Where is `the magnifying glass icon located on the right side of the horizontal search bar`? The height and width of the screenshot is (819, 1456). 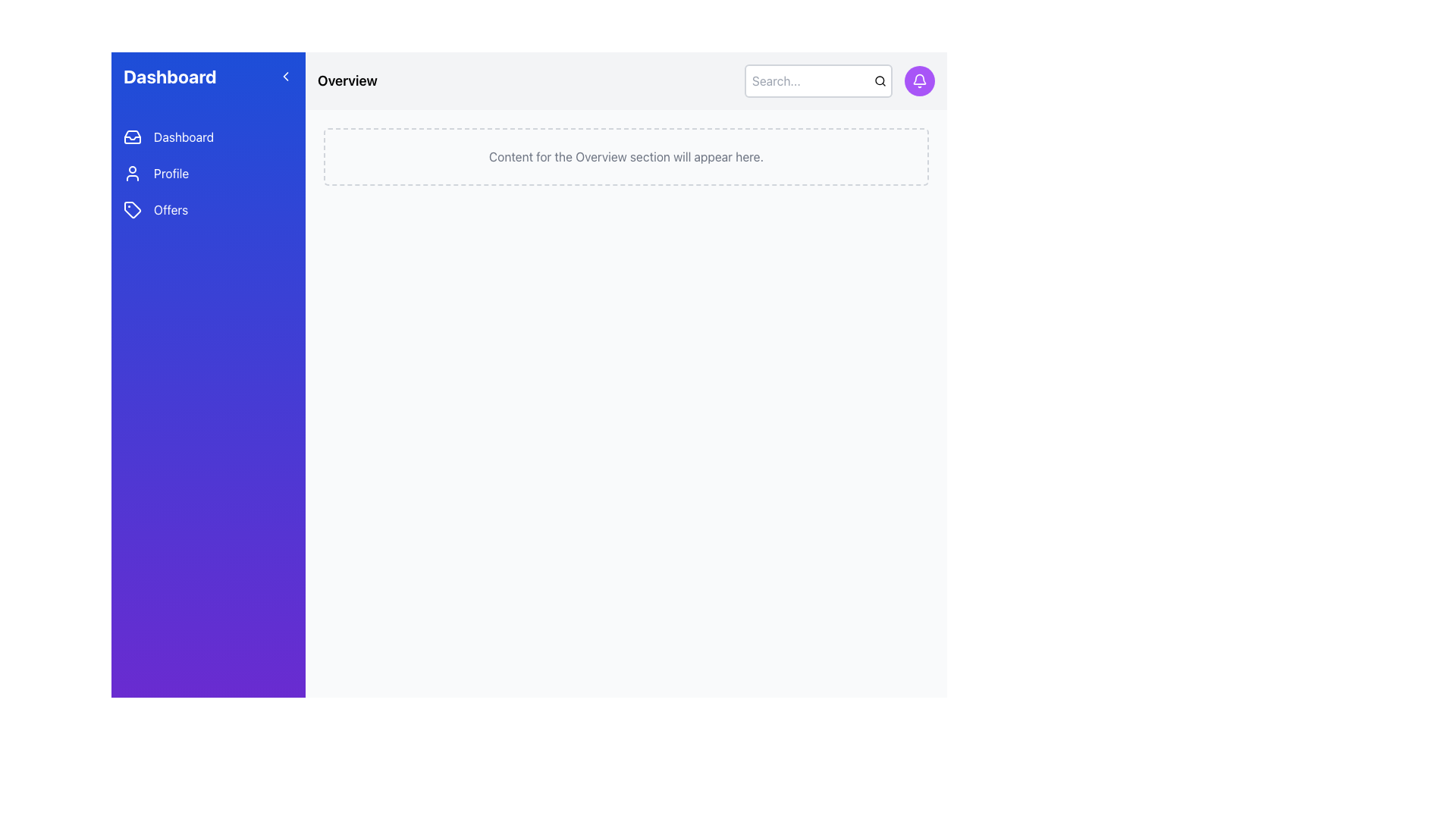 the magnifying glass icon located on the right side of the horizontal search bar is located at coordinates (880, 81).